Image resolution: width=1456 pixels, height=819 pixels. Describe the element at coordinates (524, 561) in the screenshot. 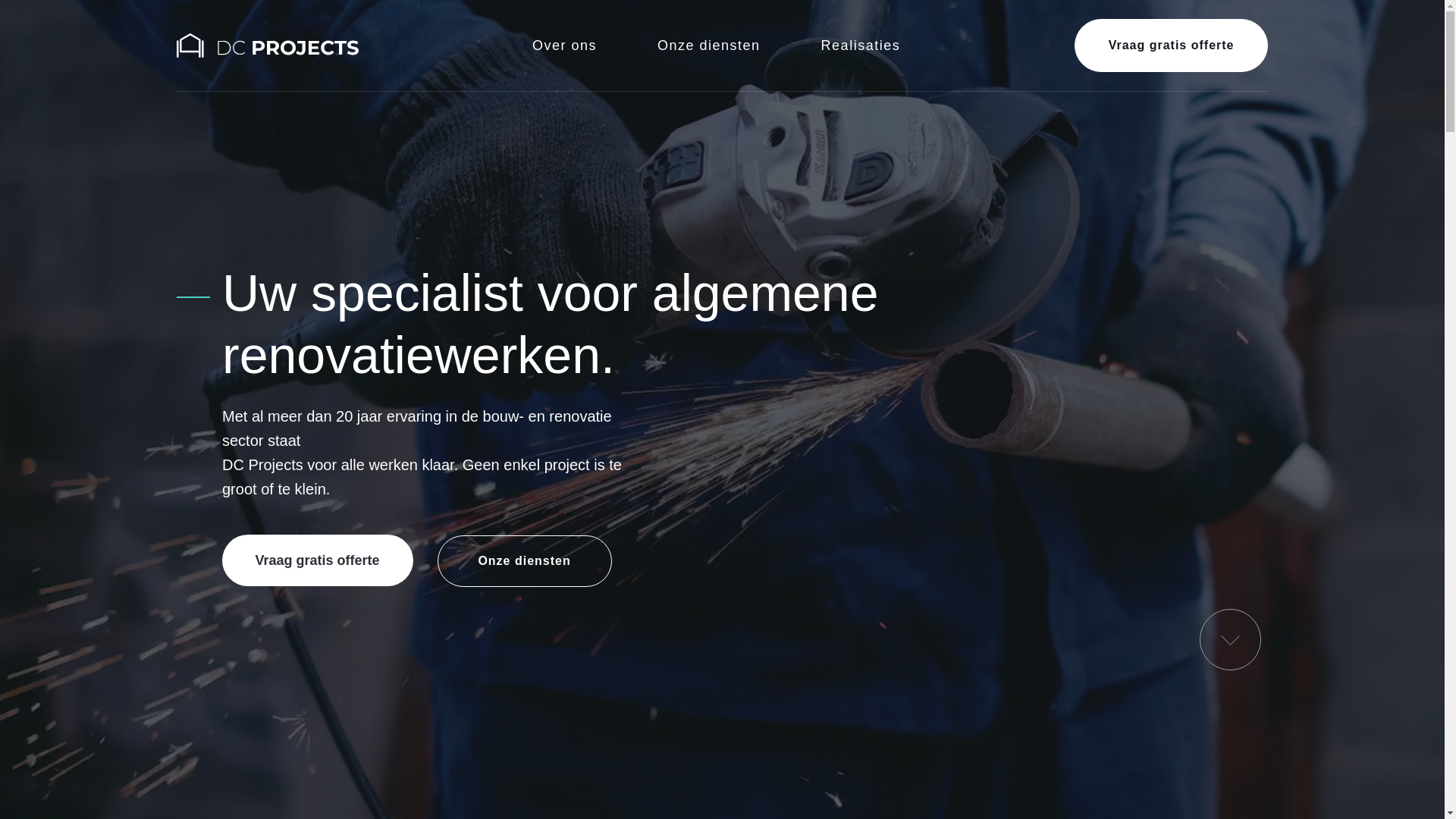

I see `'Onze diensten'` at that location.